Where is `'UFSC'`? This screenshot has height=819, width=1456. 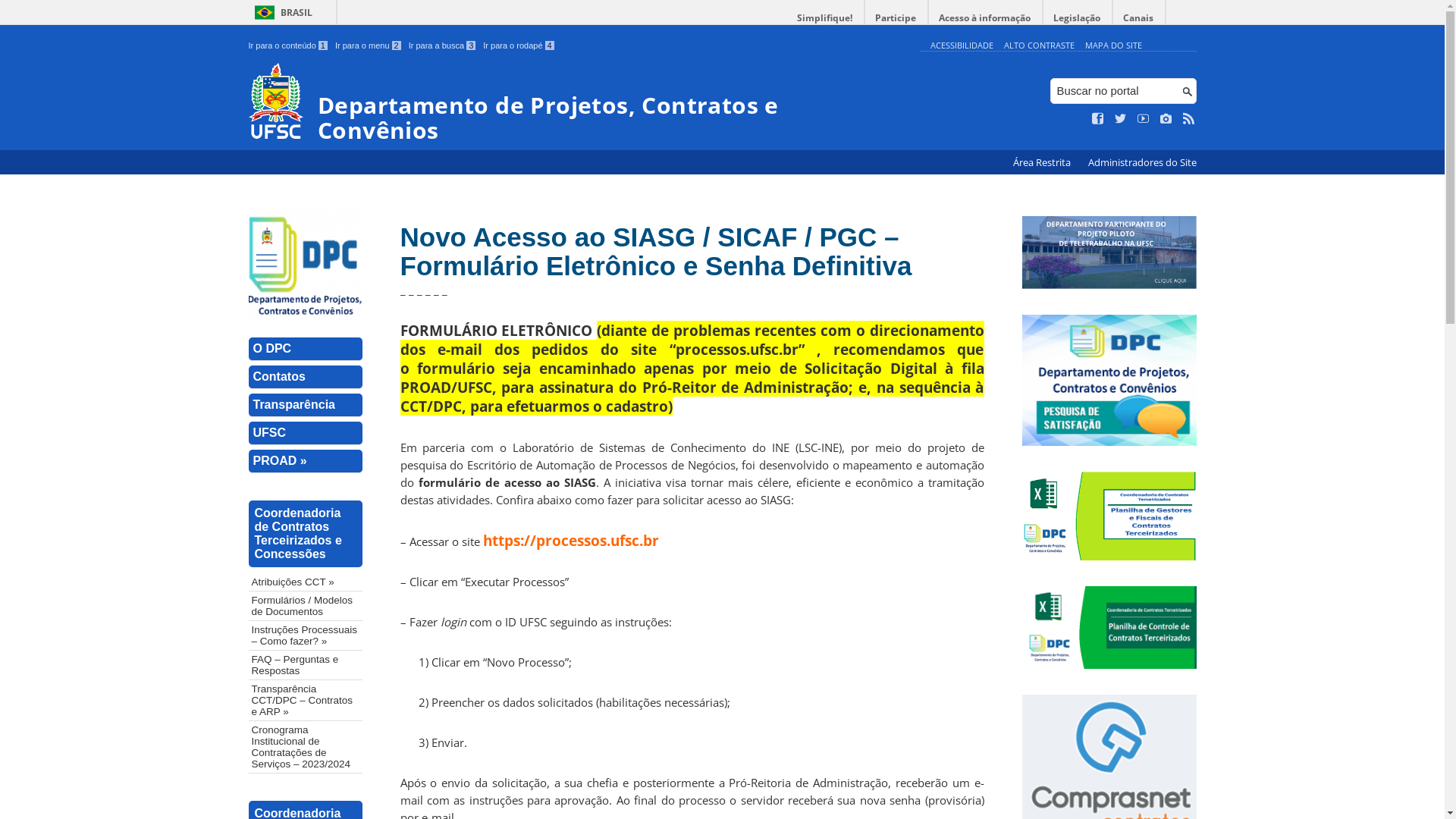 'UFSC' is located at coordinates (305, 433).